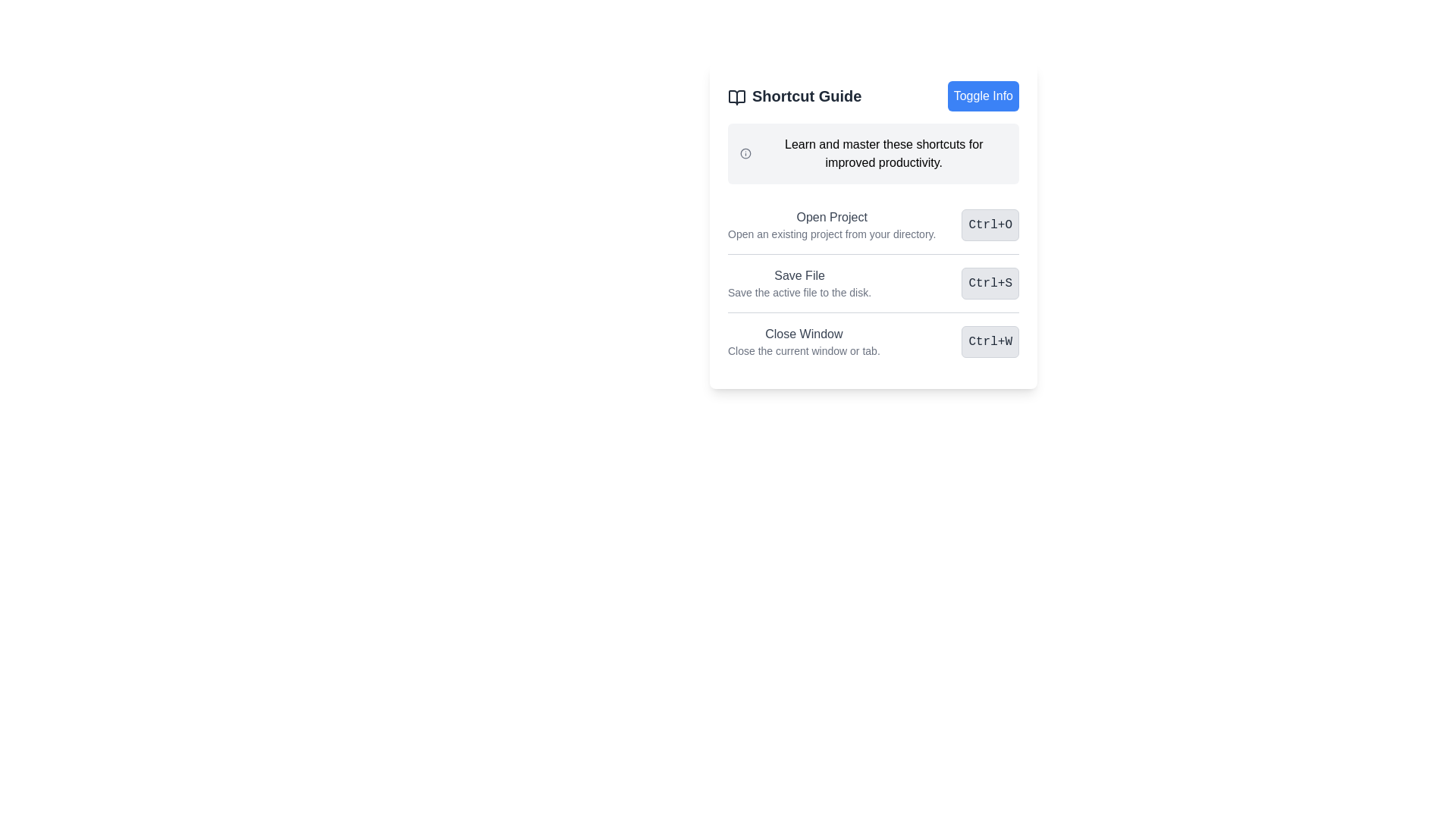 The height and width of the screenshot is (819, 1456). What do you see at coordinates (736, 96) in the screenshot?
I see `the decorative icon representing the 'Shortcut Guide' in the upper-left area of the popup interface` at bounding box center [736, 96].